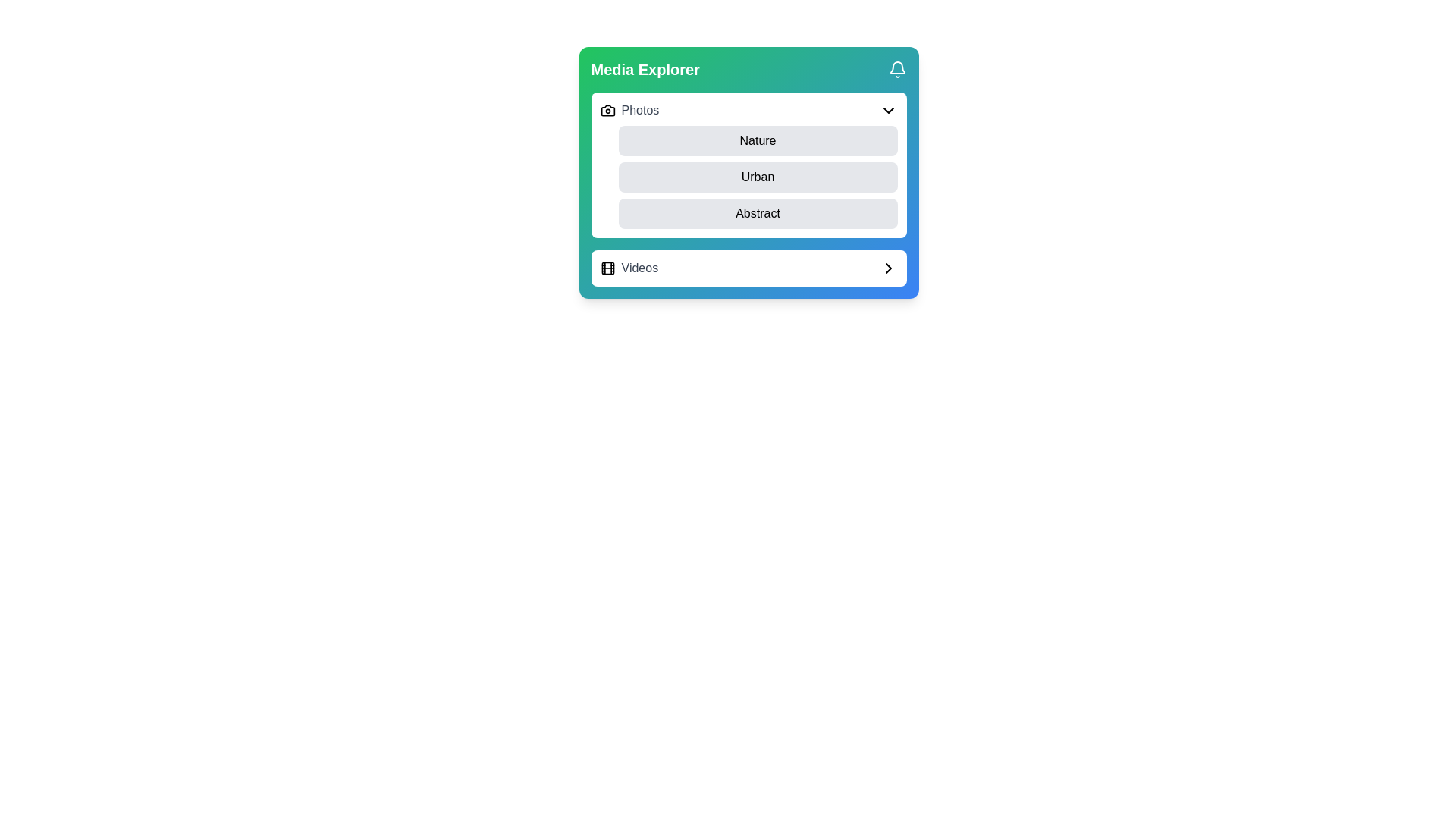  I want to click on the 'Nature' category selector button located within the 'Photos' section of the 'Media Explorer', so click(758, 140).